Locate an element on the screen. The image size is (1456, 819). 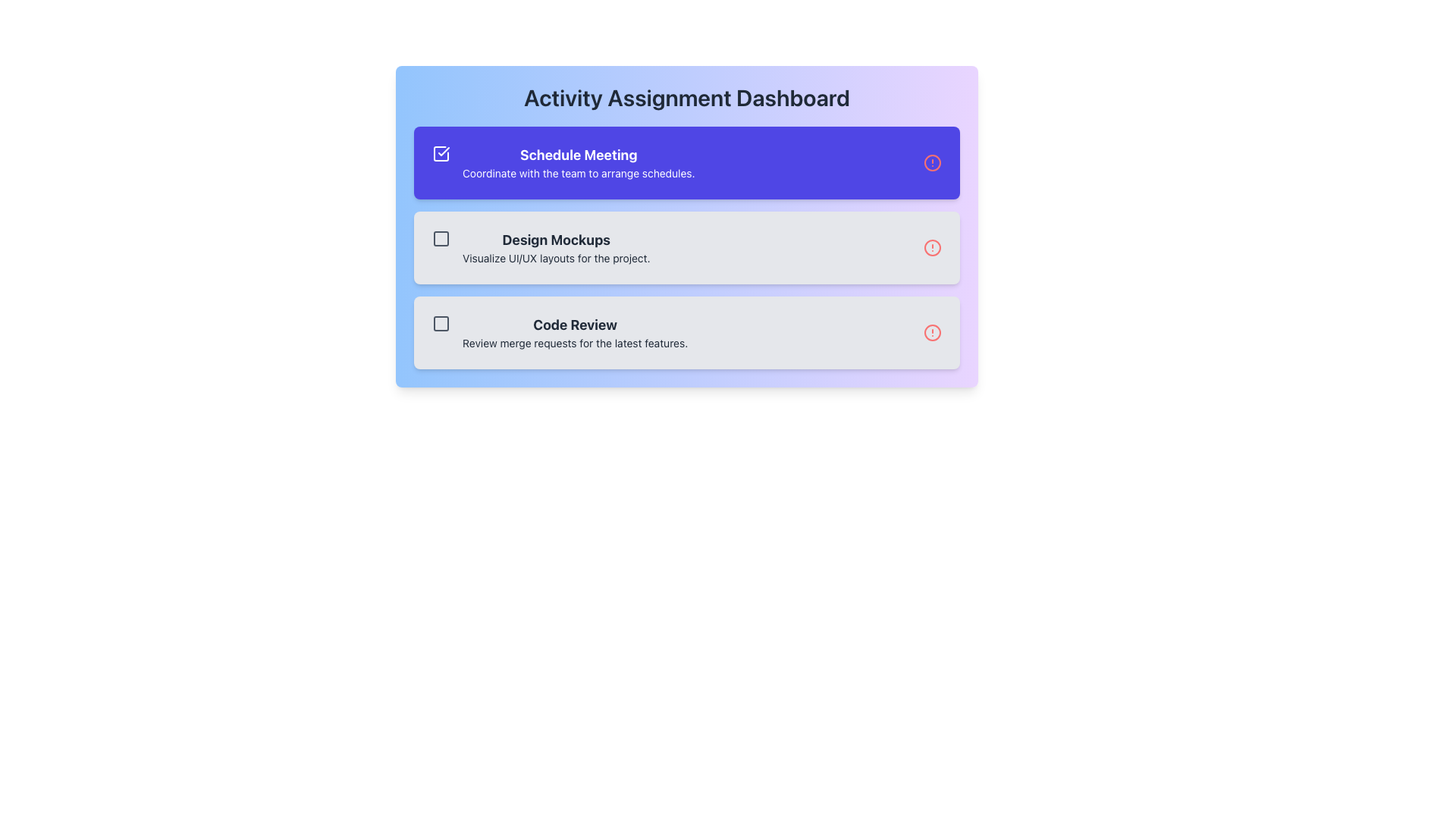
the first checkbox-like indicator for marking the 'Schedule Meeting' task as completed, located on the left side of the text content in the blue panel is located at coordinates (440, 154).